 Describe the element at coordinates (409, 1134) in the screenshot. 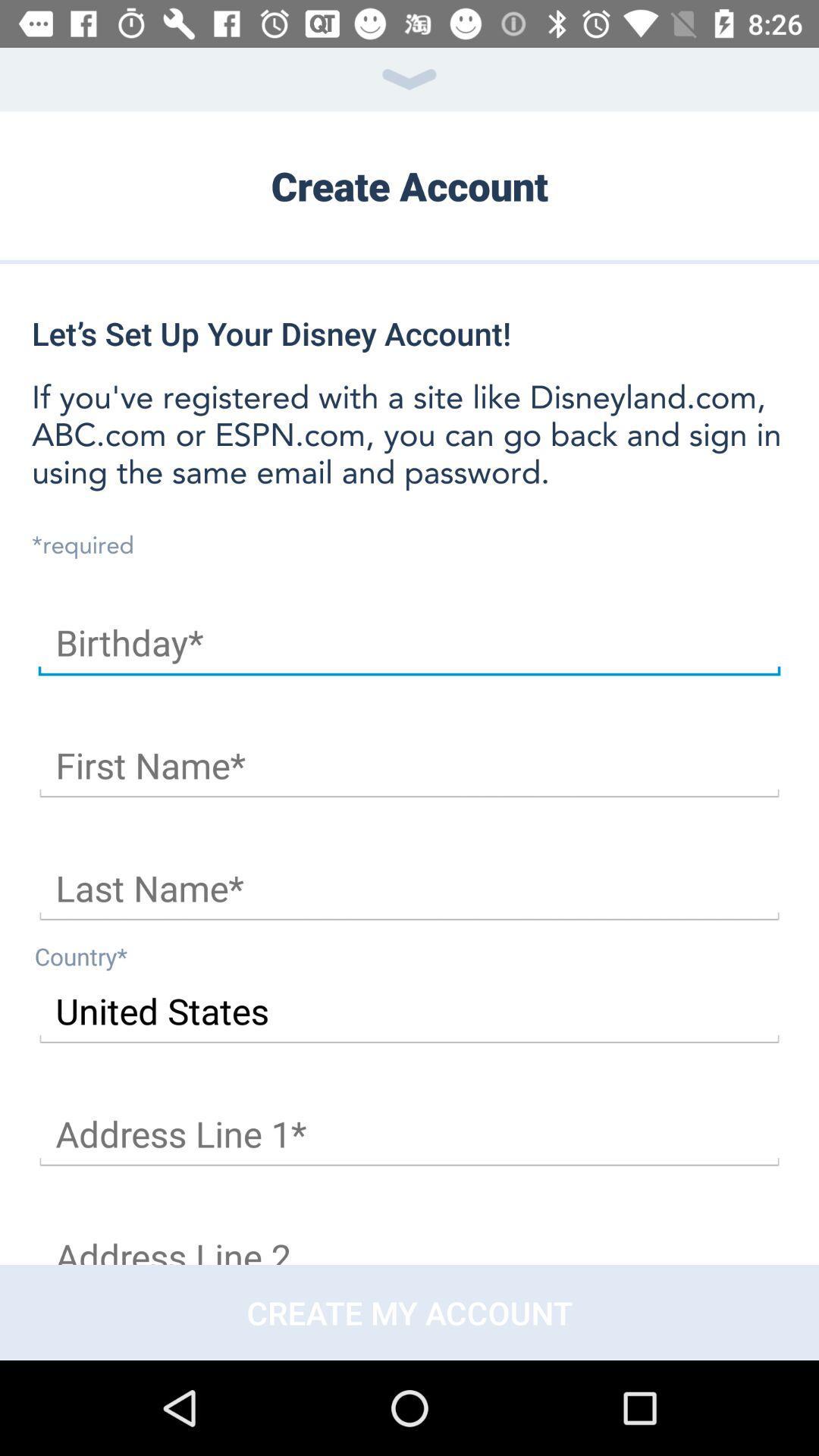

I see `your address` at that location.